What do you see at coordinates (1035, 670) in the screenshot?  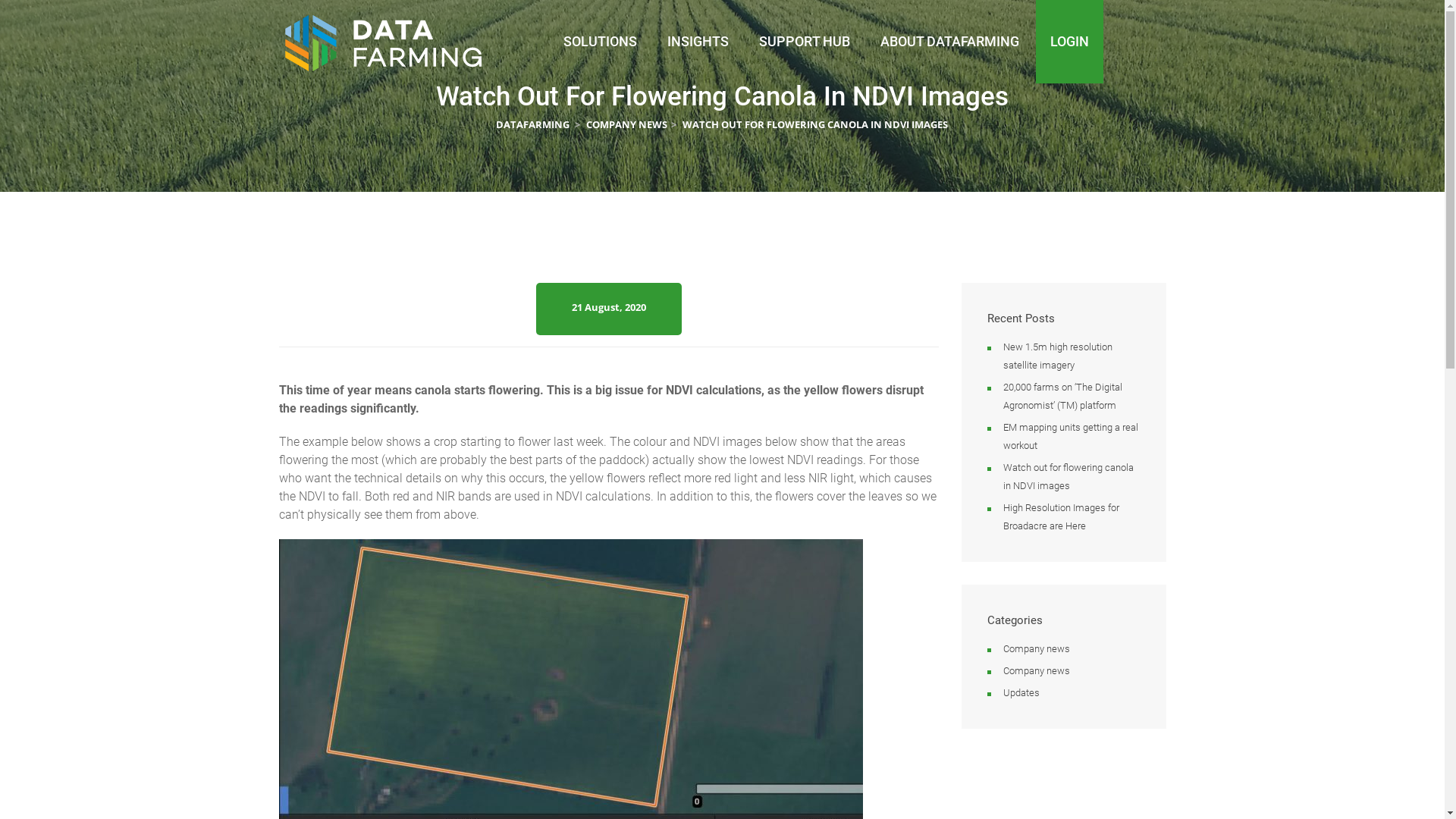 I see `'Company news'` at bounding box center [1035, 670].